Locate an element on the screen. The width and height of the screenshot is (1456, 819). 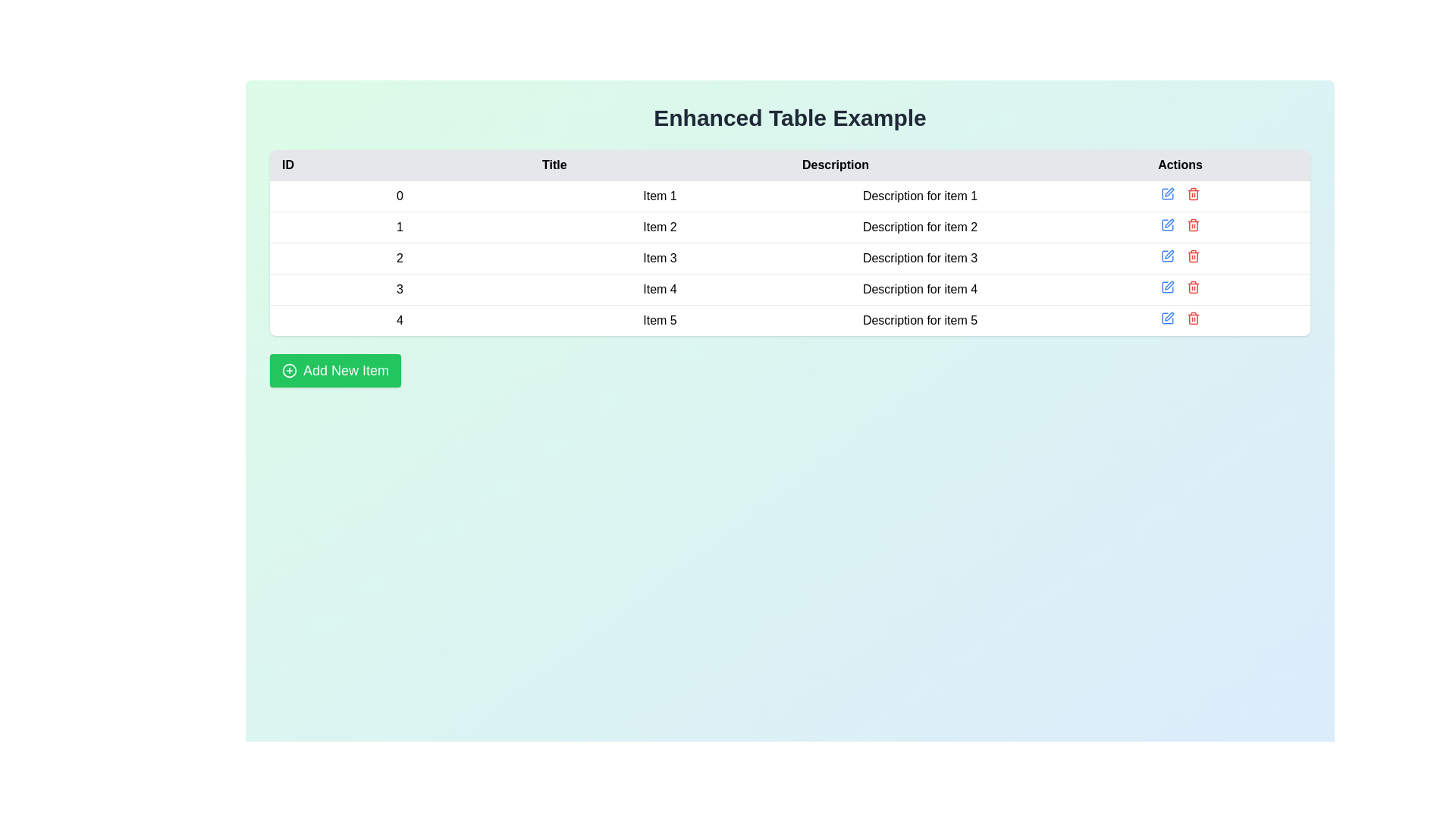
the second row of the table containing the values '1', 'Item 2', 'Description for item 2' is located at coordinates (789, 227).